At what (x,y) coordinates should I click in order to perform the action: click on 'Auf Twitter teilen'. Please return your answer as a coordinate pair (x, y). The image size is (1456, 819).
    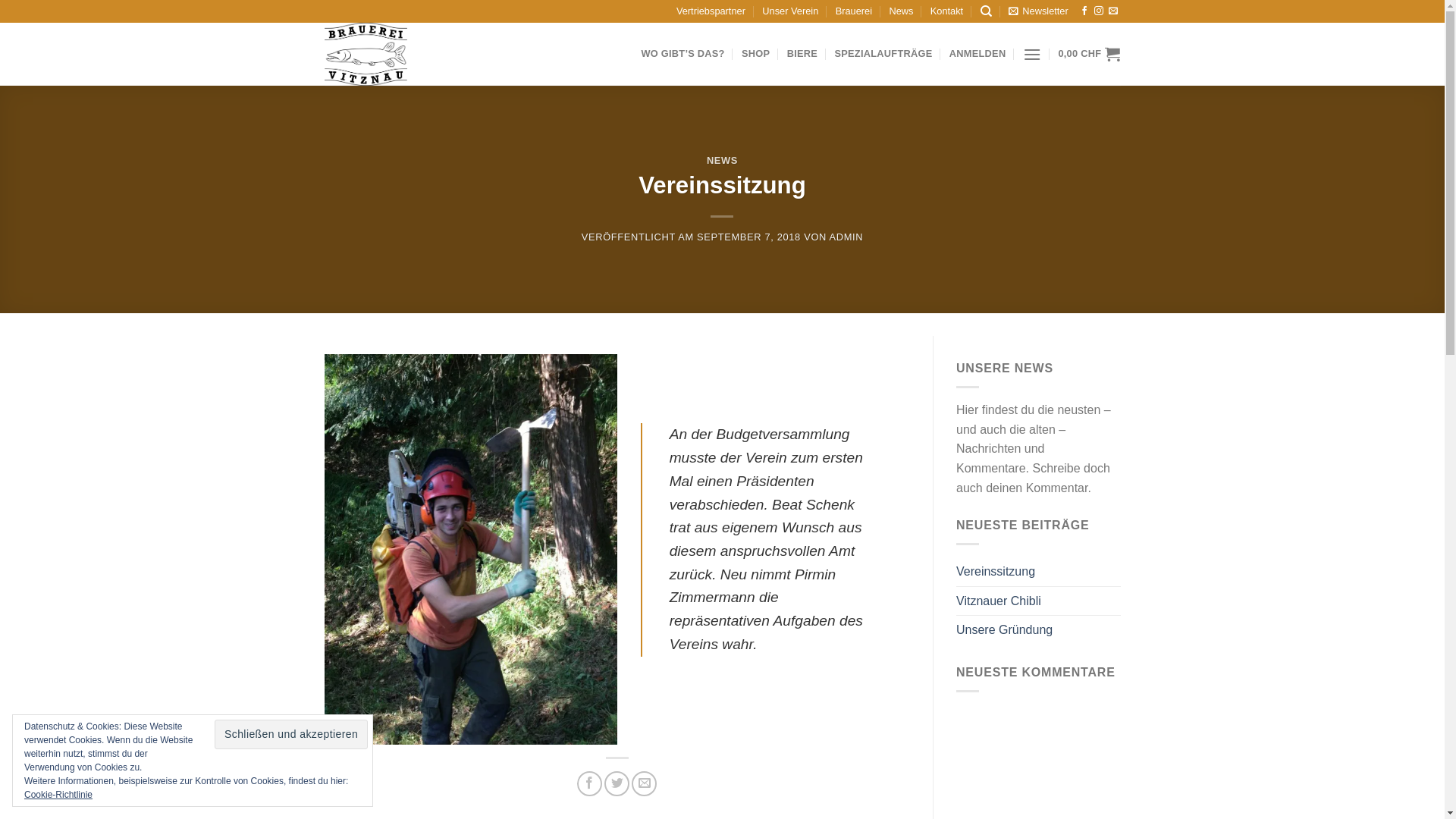
    Looking at the image, I should click on (603, 783).